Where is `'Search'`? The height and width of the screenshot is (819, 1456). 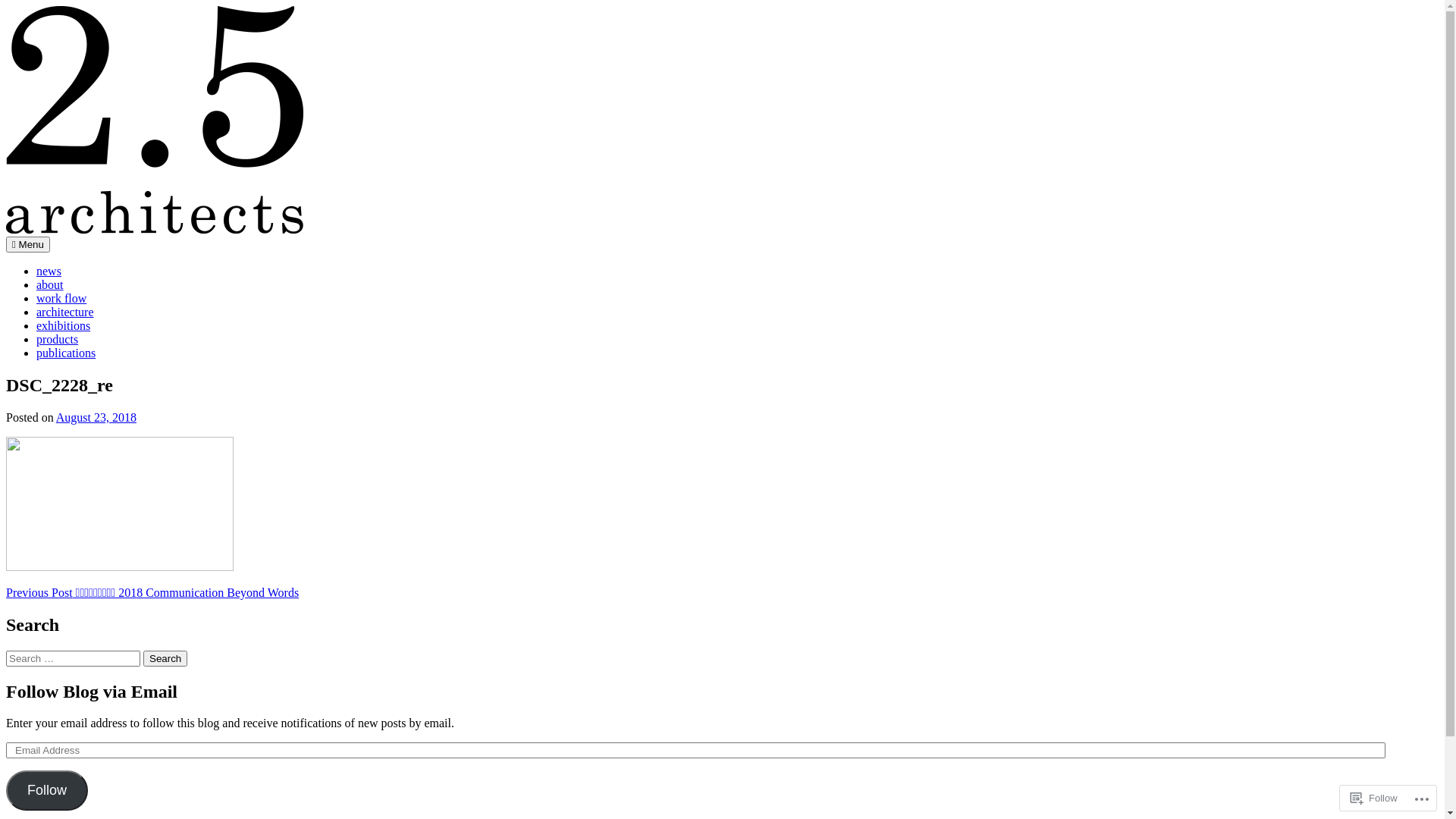 'Search' is located at coordinates (165, 657).